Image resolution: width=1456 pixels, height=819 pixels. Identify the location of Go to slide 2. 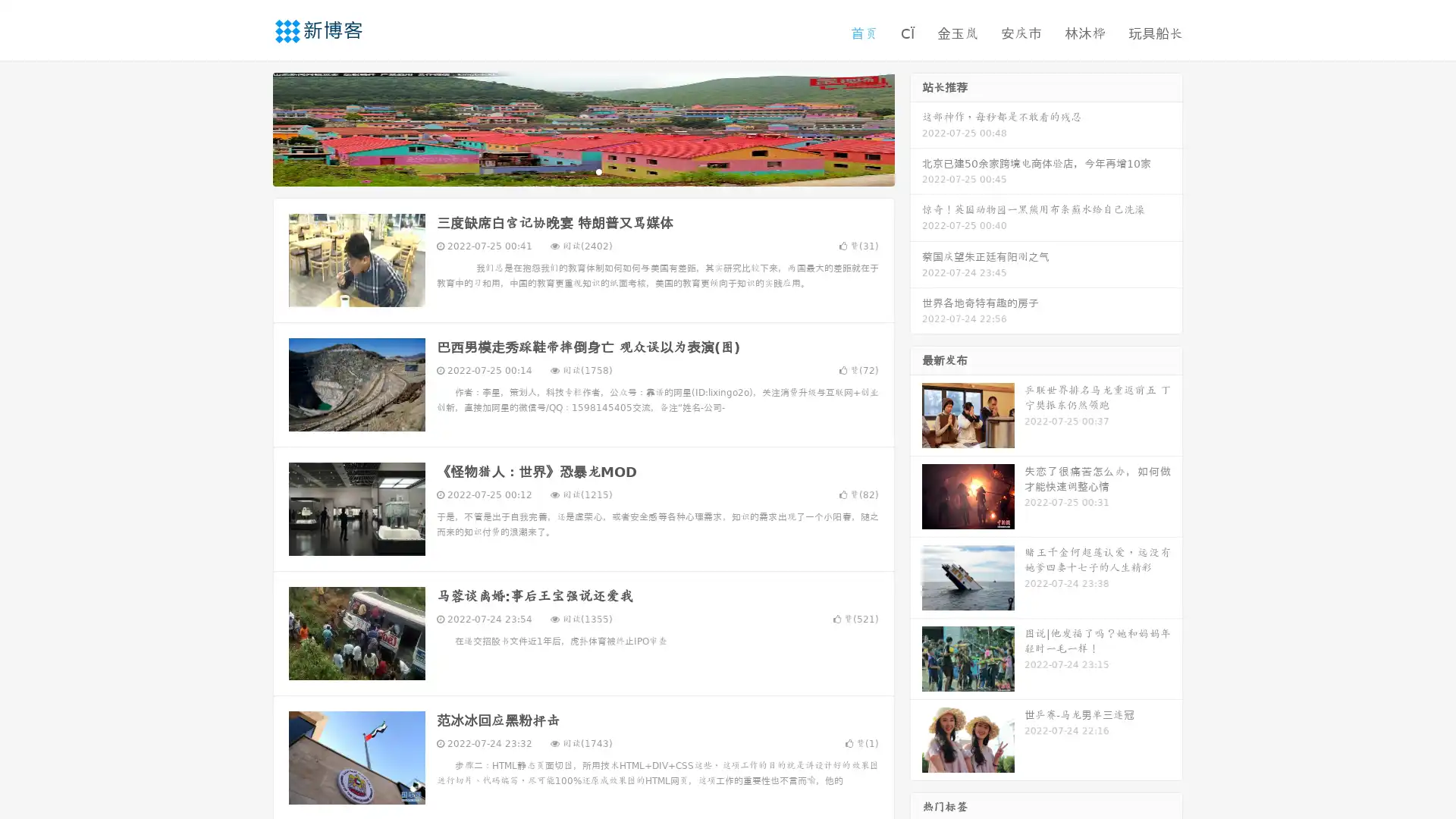
(582, 171).